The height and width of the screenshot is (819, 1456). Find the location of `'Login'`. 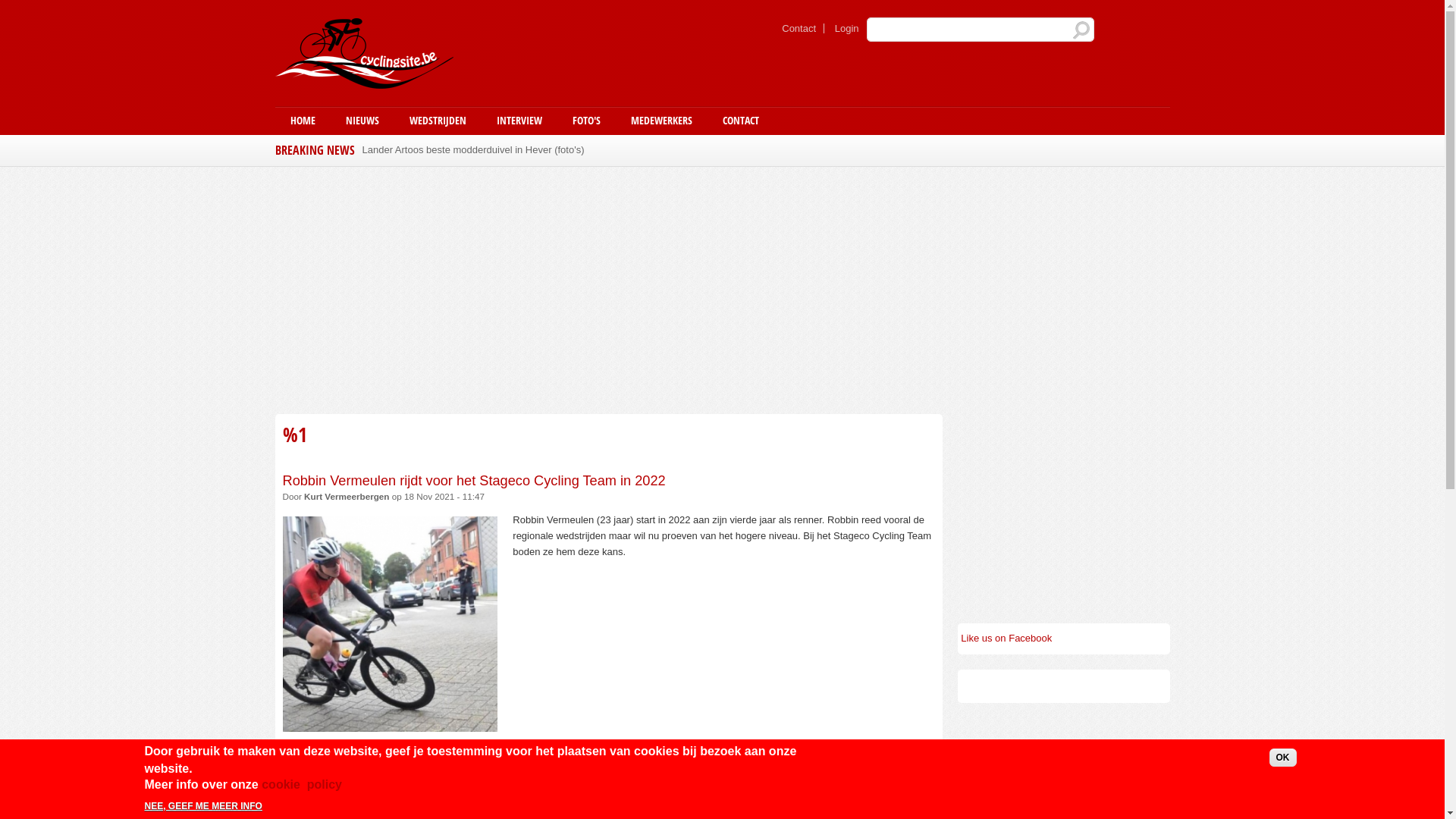

'Login' is located at coordinates (846, 28).